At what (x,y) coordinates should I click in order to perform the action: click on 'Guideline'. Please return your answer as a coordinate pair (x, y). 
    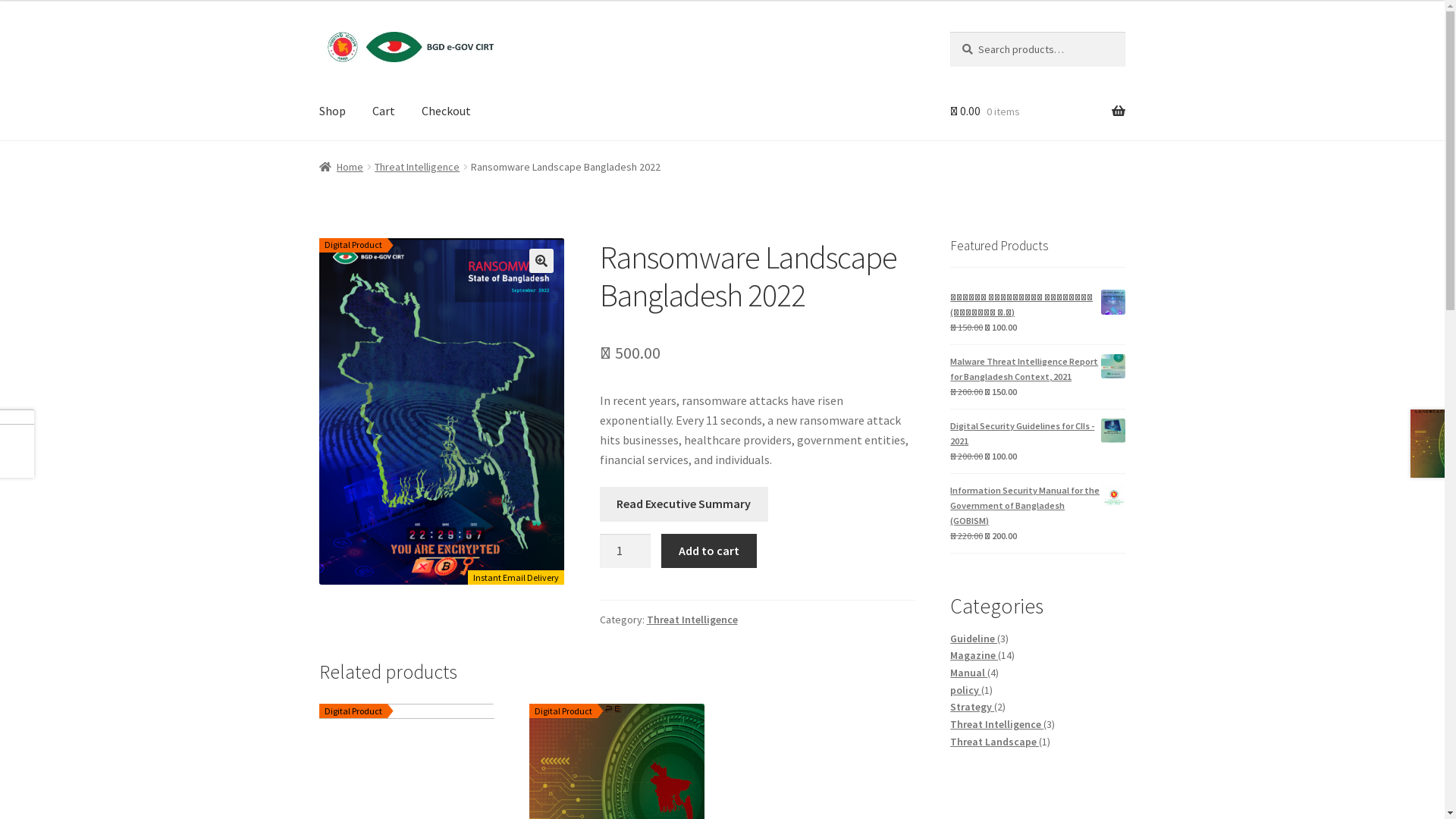
    Looking at the image, I should click on (973, 638).